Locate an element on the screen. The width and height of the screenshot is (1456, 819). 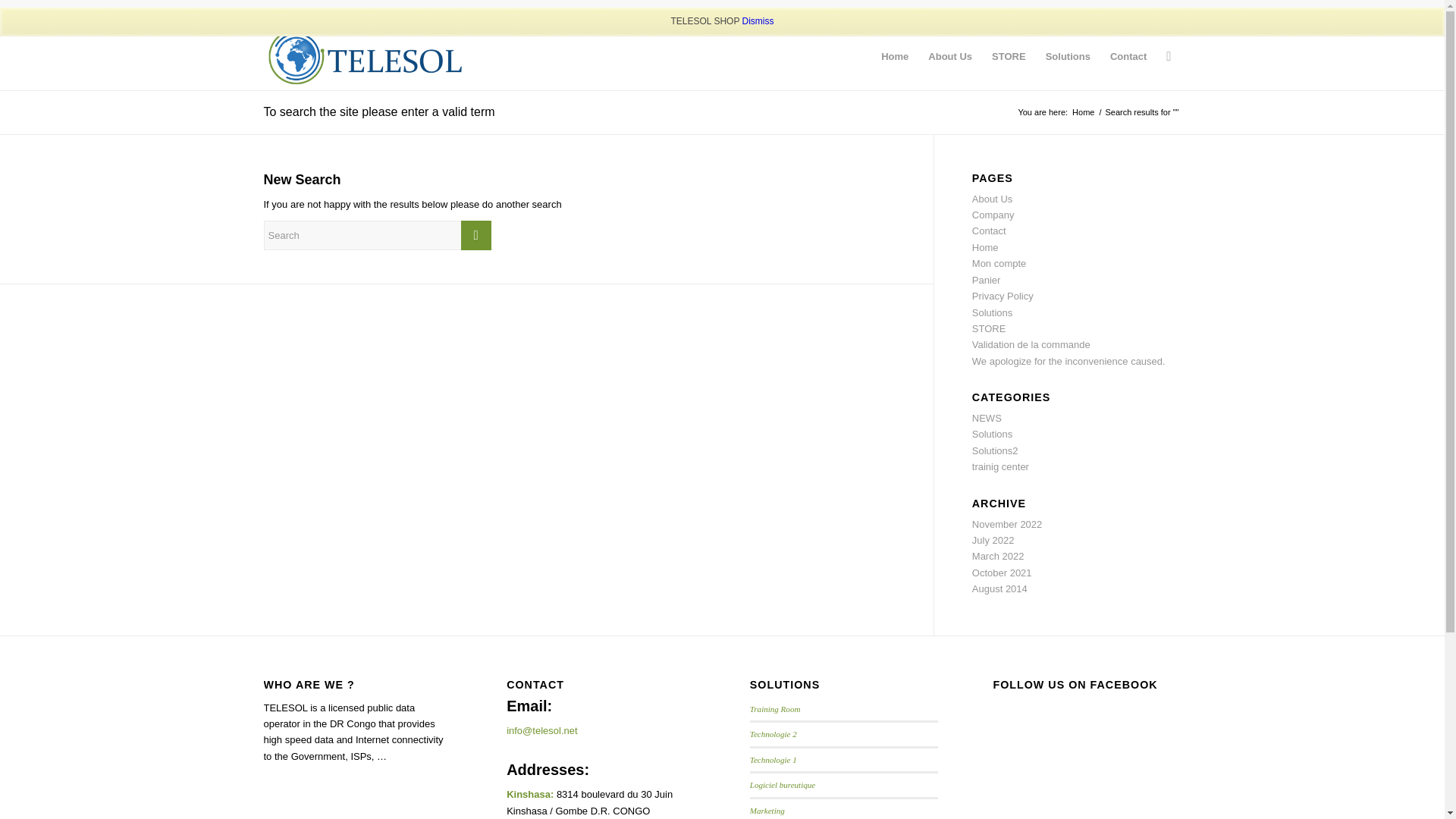
'Mon compte' is located at coordinates (999, 262).